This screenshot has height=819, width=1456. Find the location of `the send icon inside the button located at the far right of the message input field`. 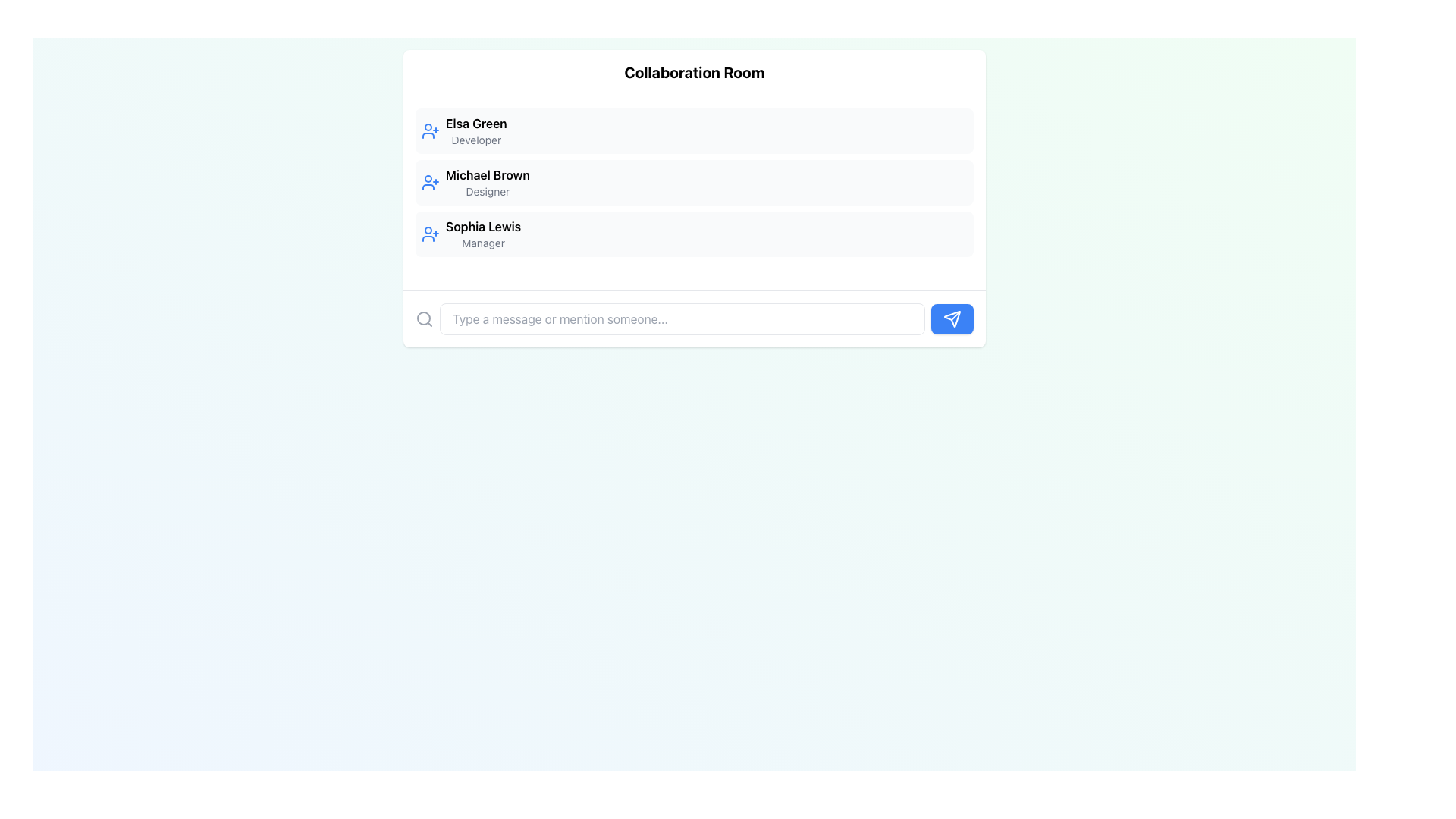

the send icon inside the button located at the far right of the message input field is located at coordinates (952, 318).